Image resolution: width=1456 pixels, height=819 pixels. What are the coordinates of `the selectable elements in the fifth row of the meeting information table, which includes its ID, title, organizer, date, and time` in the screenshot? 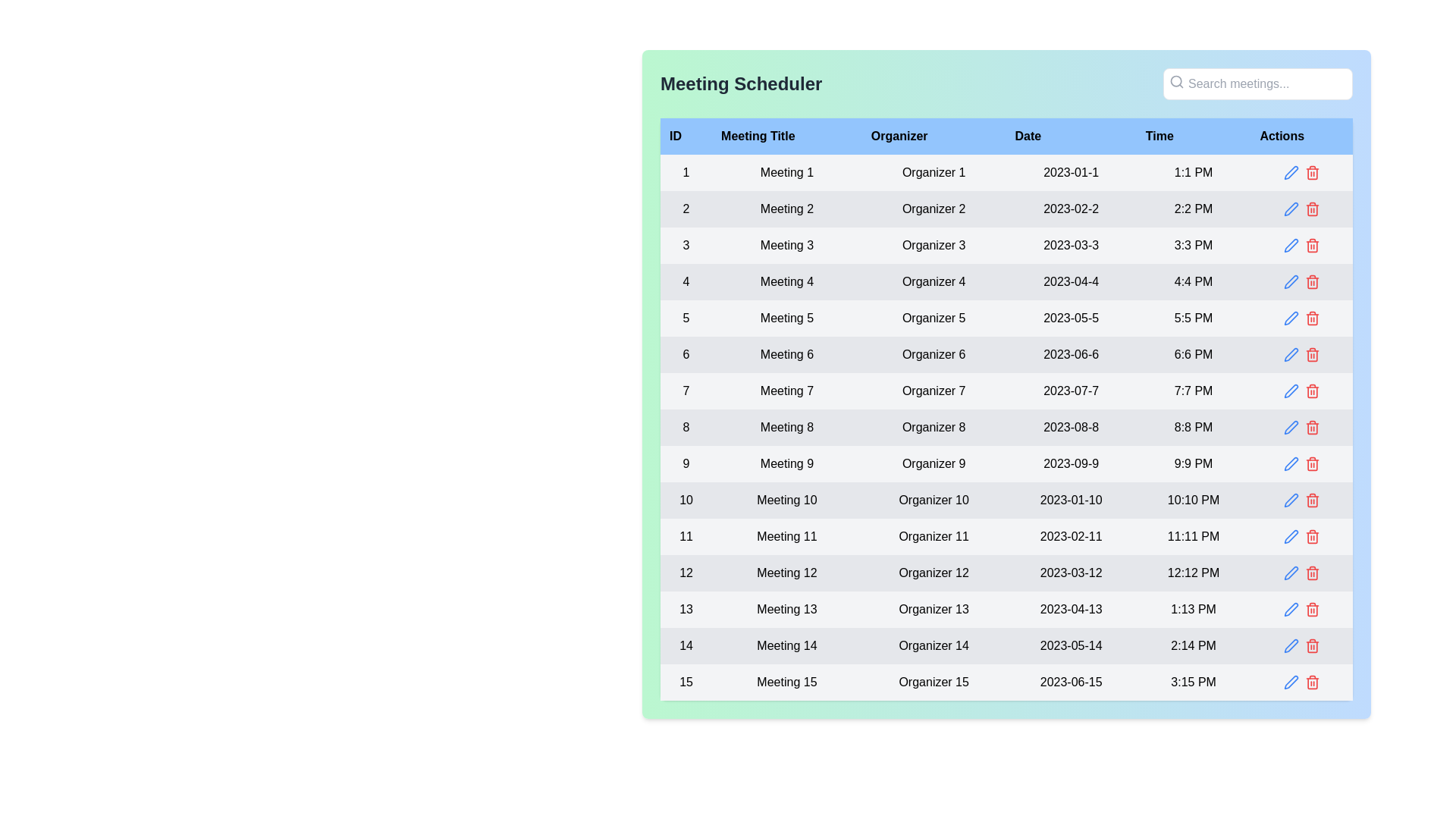 It's located at (1006, 318).